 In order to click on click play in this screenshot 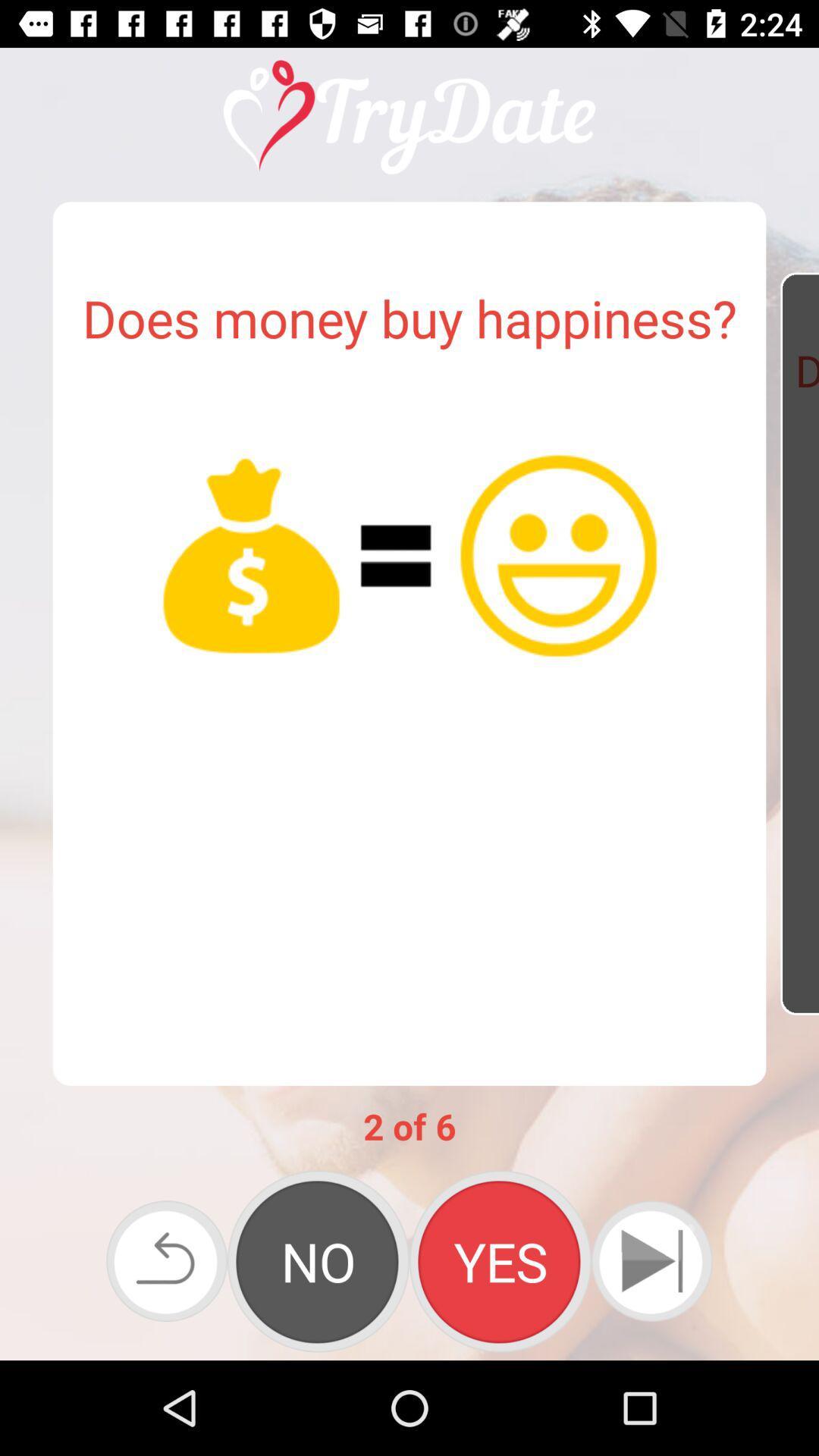, I will do `click(651, 1261)`.